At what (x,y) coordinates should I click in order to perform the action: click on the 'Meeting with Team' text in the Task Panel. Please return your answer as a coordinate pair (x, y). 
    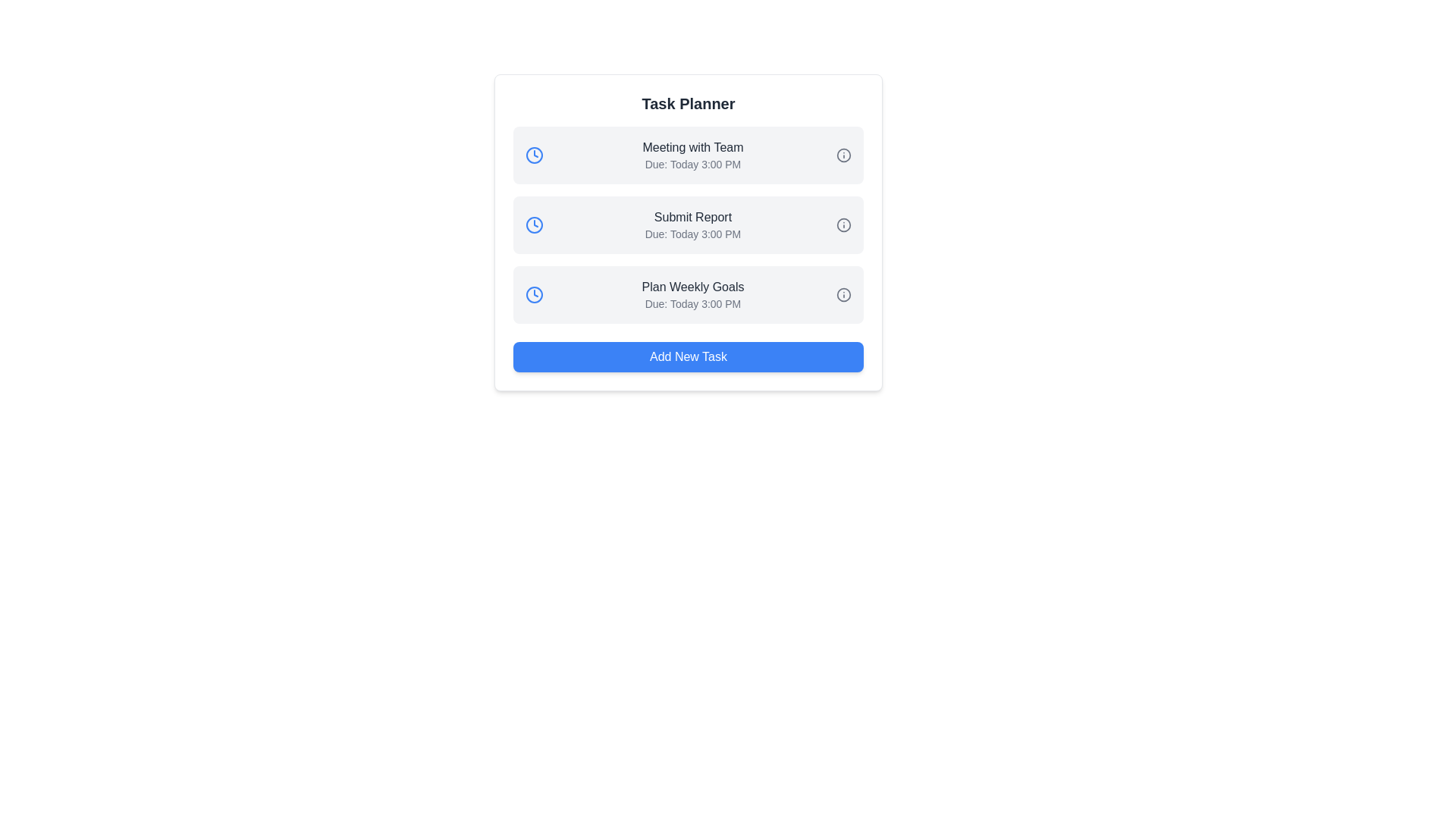
    Looking at the image, I should click on (687, 155).